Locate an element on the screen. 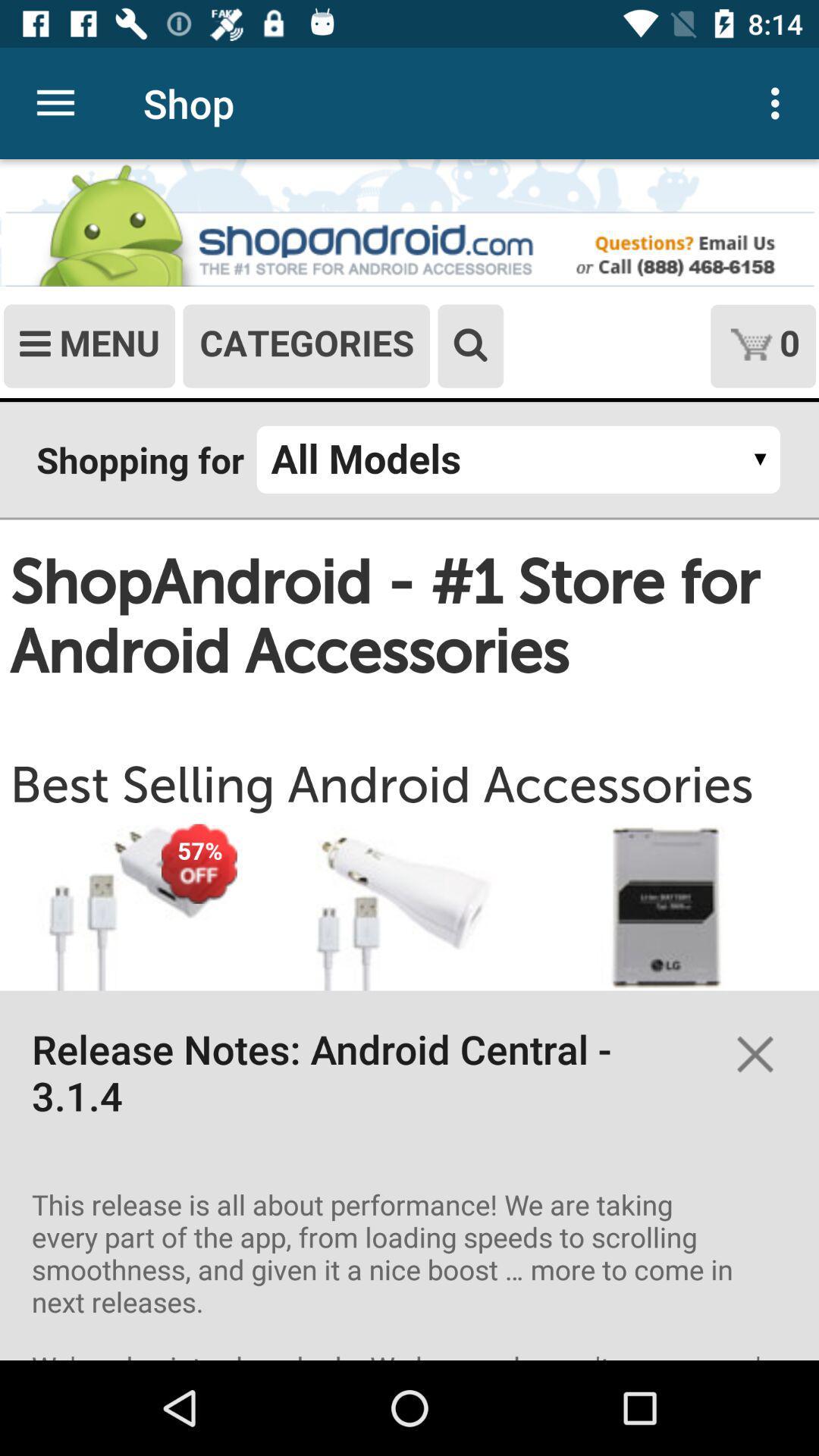 The width and height of the screenshot is (819, 1456). screen is located at coordinates (409, 760).